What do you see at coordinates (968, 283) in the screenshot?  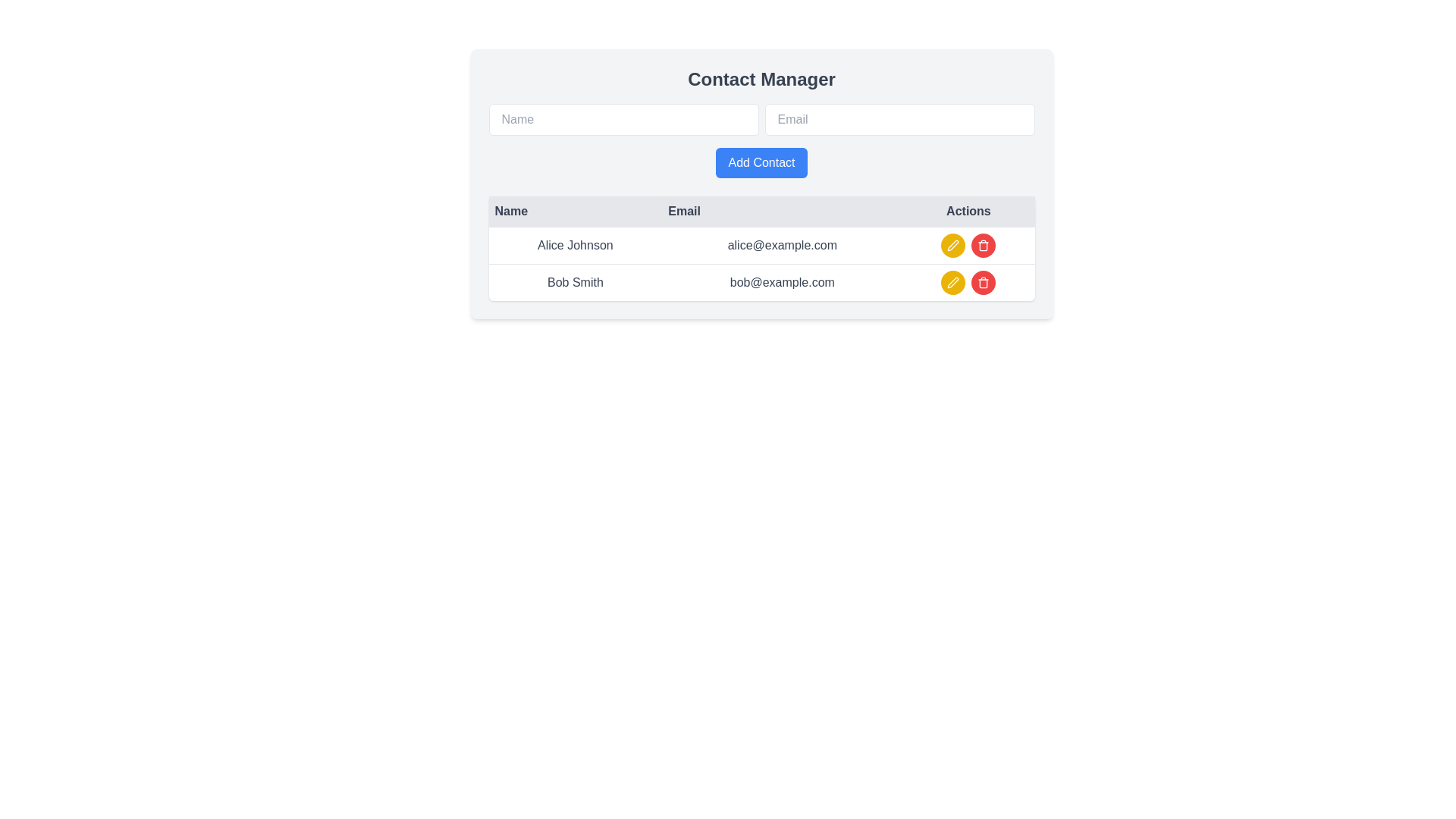 I see `the edit button with a yellow background and pen icon in the horizontal option group of the 'Actions' column for the contact 'Bob Smith'` at bounding box center [968, 283].